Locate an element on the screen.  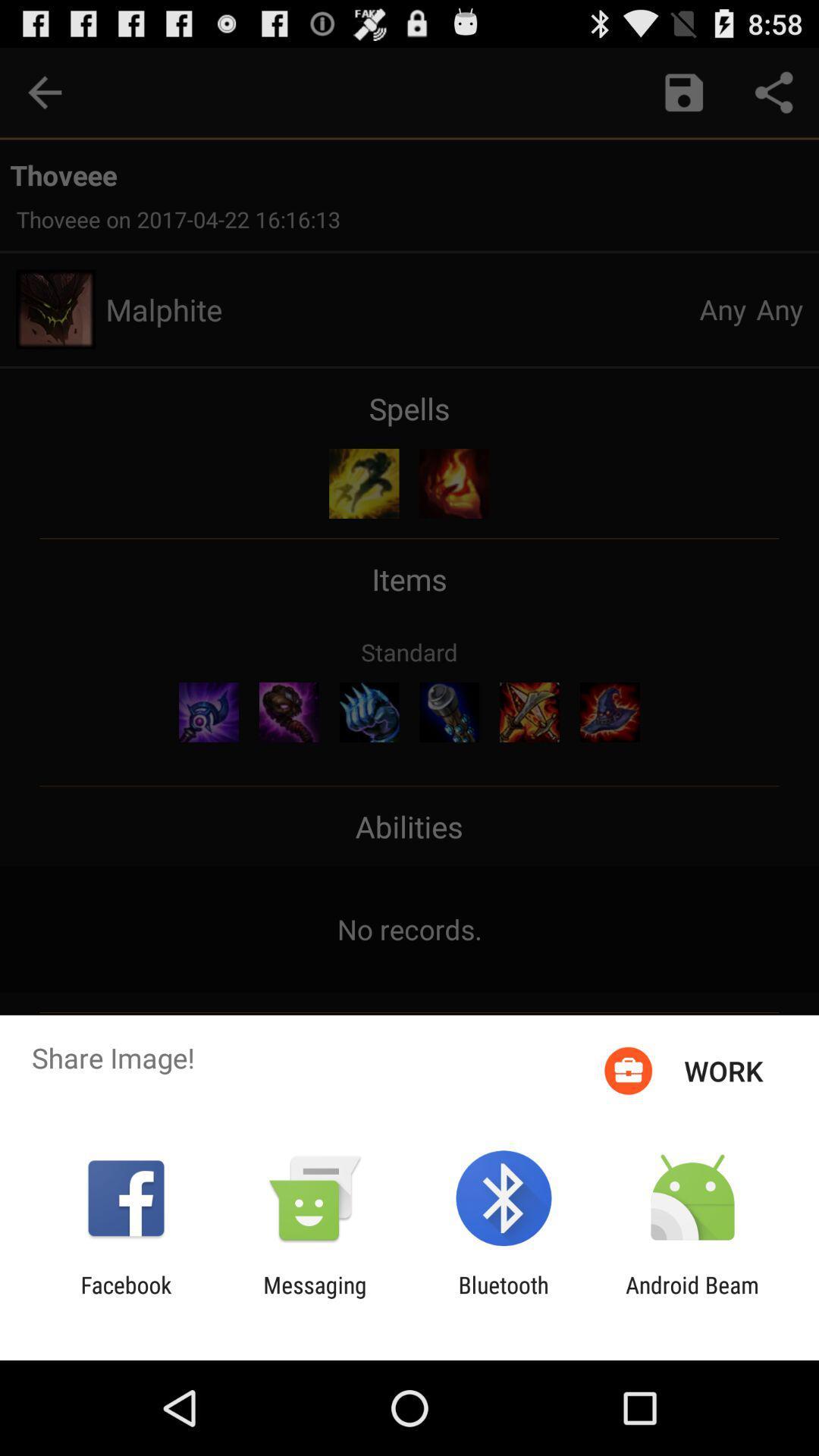
the item to the right of bluetooth icon is located at coordinates (692, 1298).